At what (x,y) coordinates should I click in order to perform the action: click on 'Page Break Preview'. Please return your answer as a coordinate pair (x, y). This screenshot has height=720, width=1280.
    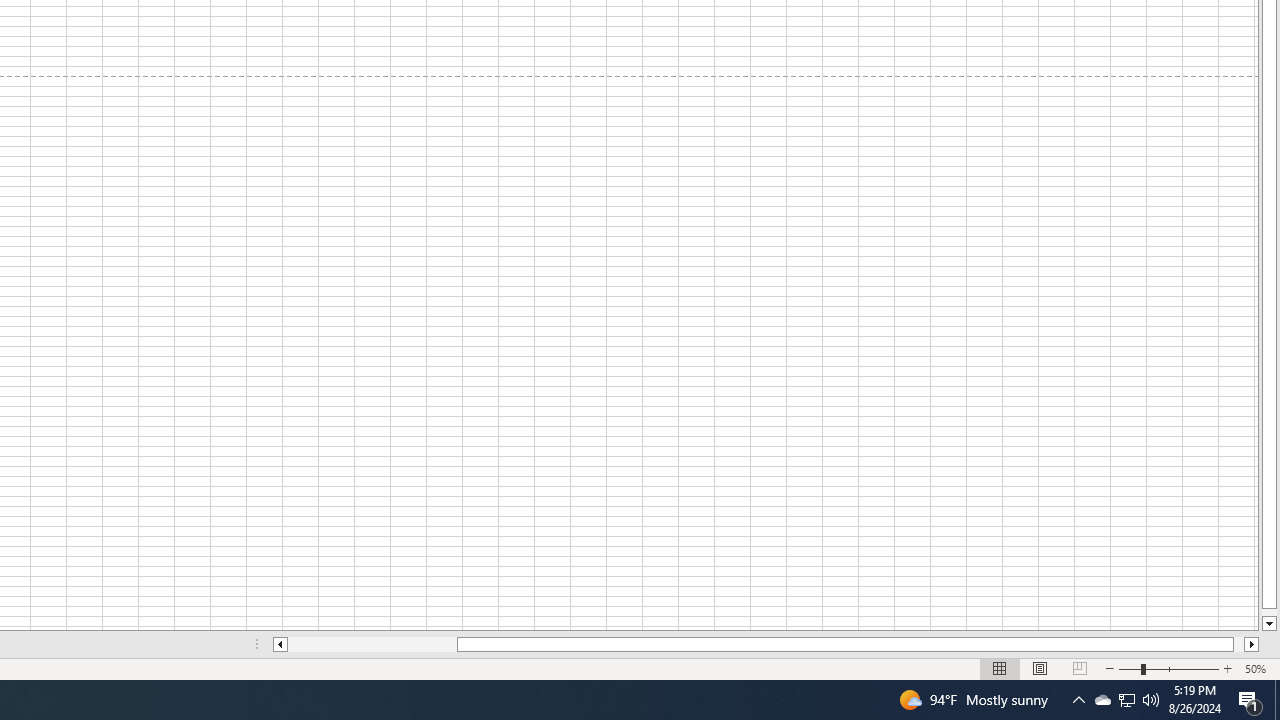
    Looking at the image, I should click on (1078, 669).